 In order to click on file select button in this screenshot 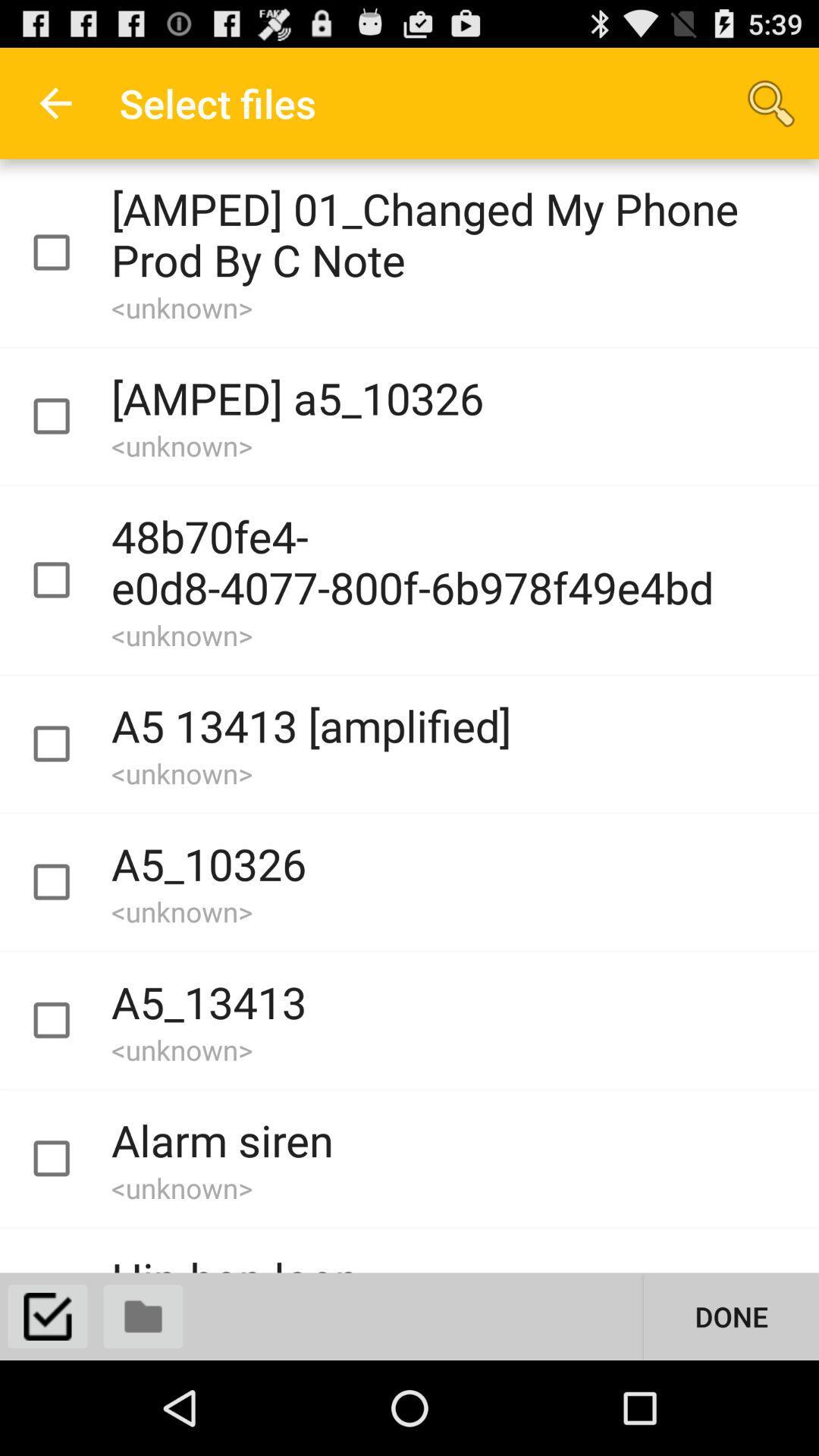, I will do `click(64, 579)`.